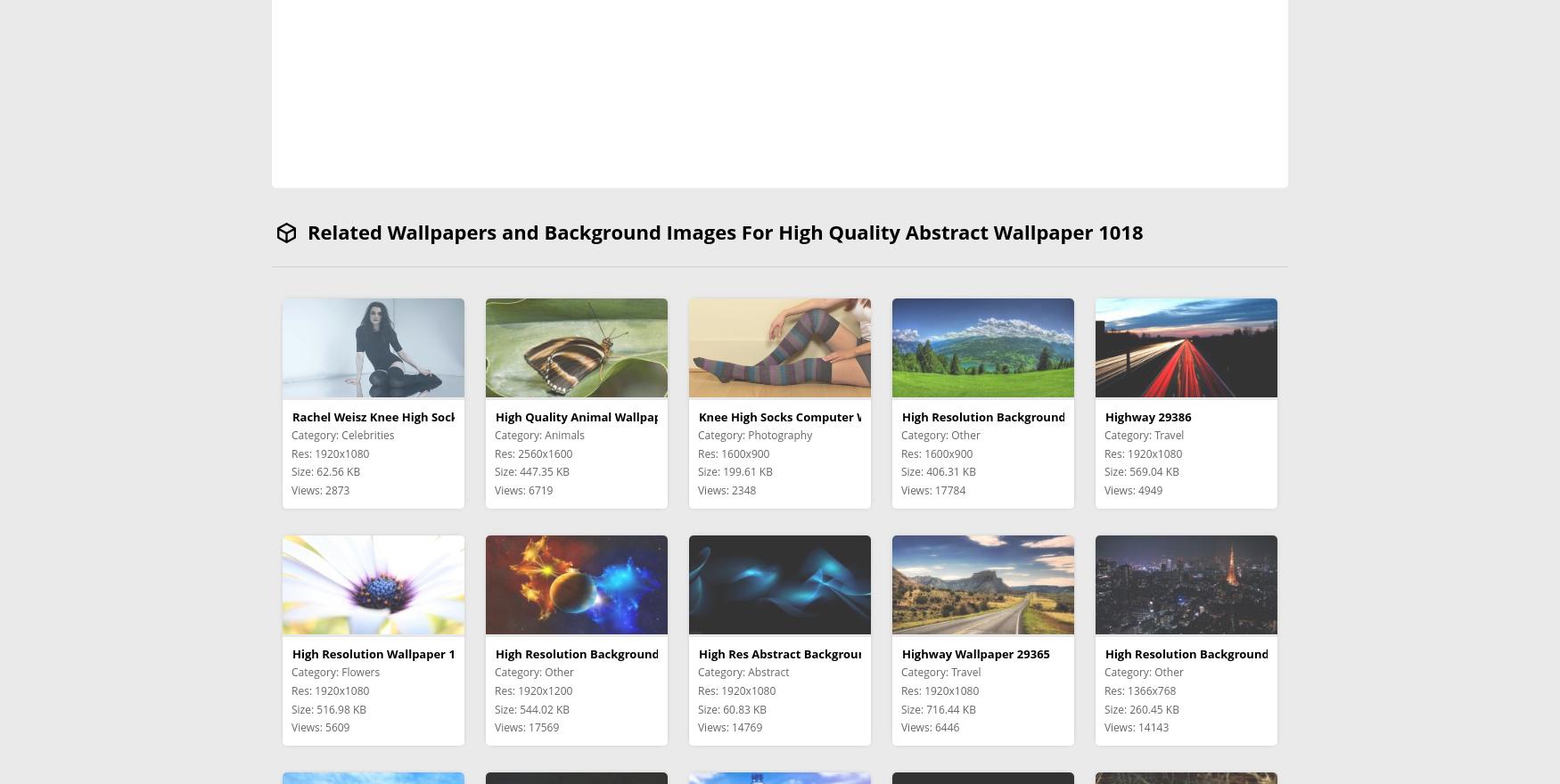  What do you see at coordinates (1000, 415) in the screenshot?
I see `'High Resolution Backgrounds 4695'` at bounding box center [1000, 415].